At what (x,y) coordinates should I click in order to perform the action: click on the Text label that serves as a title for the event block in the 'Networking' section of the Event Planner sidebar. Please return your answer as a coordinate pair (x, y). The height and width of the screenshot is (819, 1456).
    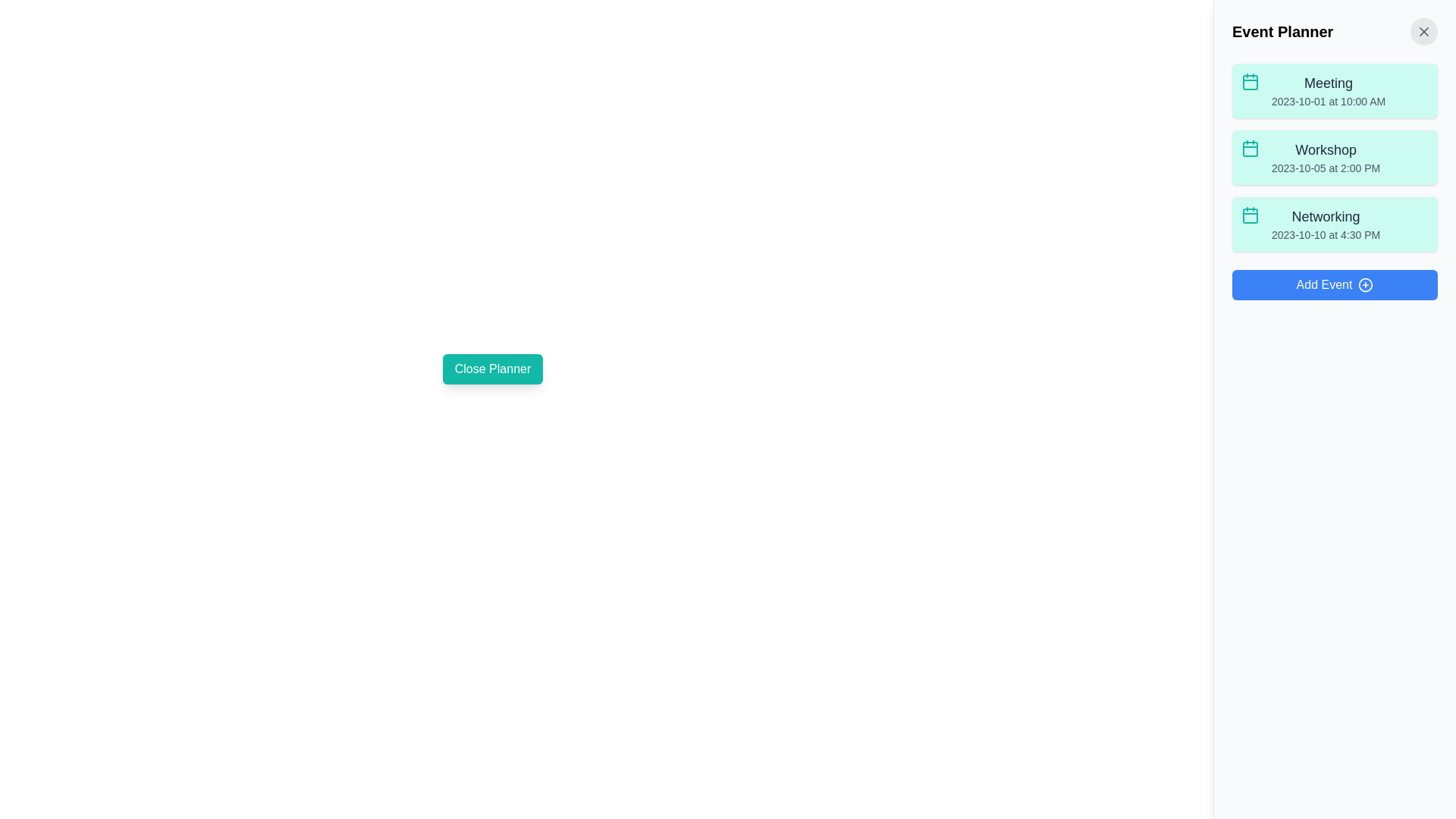
    Looking at the image, I should click on (1325, 216).